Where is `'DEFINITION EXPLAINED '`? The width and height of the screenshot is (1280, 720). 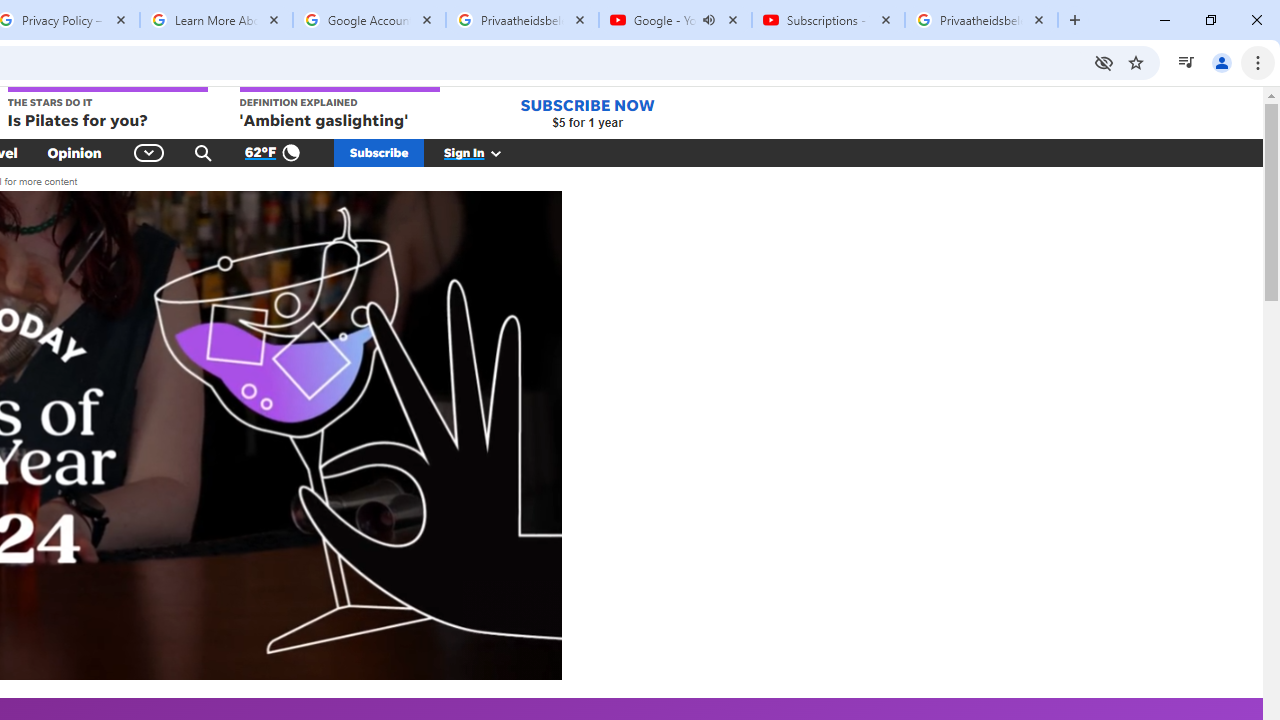
'DEFINITION EXPLAINED ' is located at coordinates (339, 109).